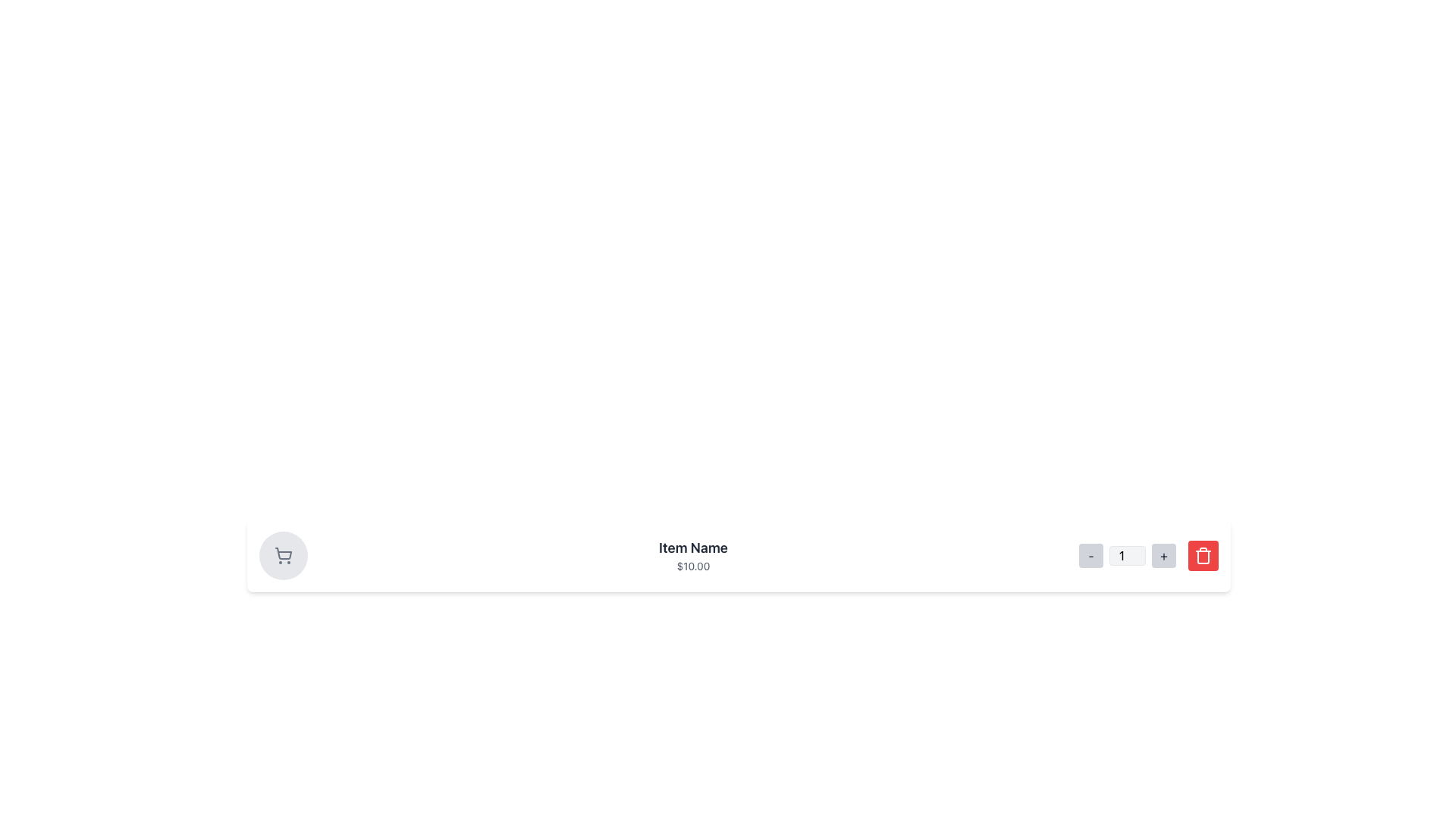 The width and height of the screenshot is (1456, 819). What do you see at coordinates (284, 555) in the screenshot?
I see `the shopping cart icon with a gray stroke, located in a light-gray circular background, positioned on the far-left side of the row above the 'Item Name' text` at bounding box center [284, 555].